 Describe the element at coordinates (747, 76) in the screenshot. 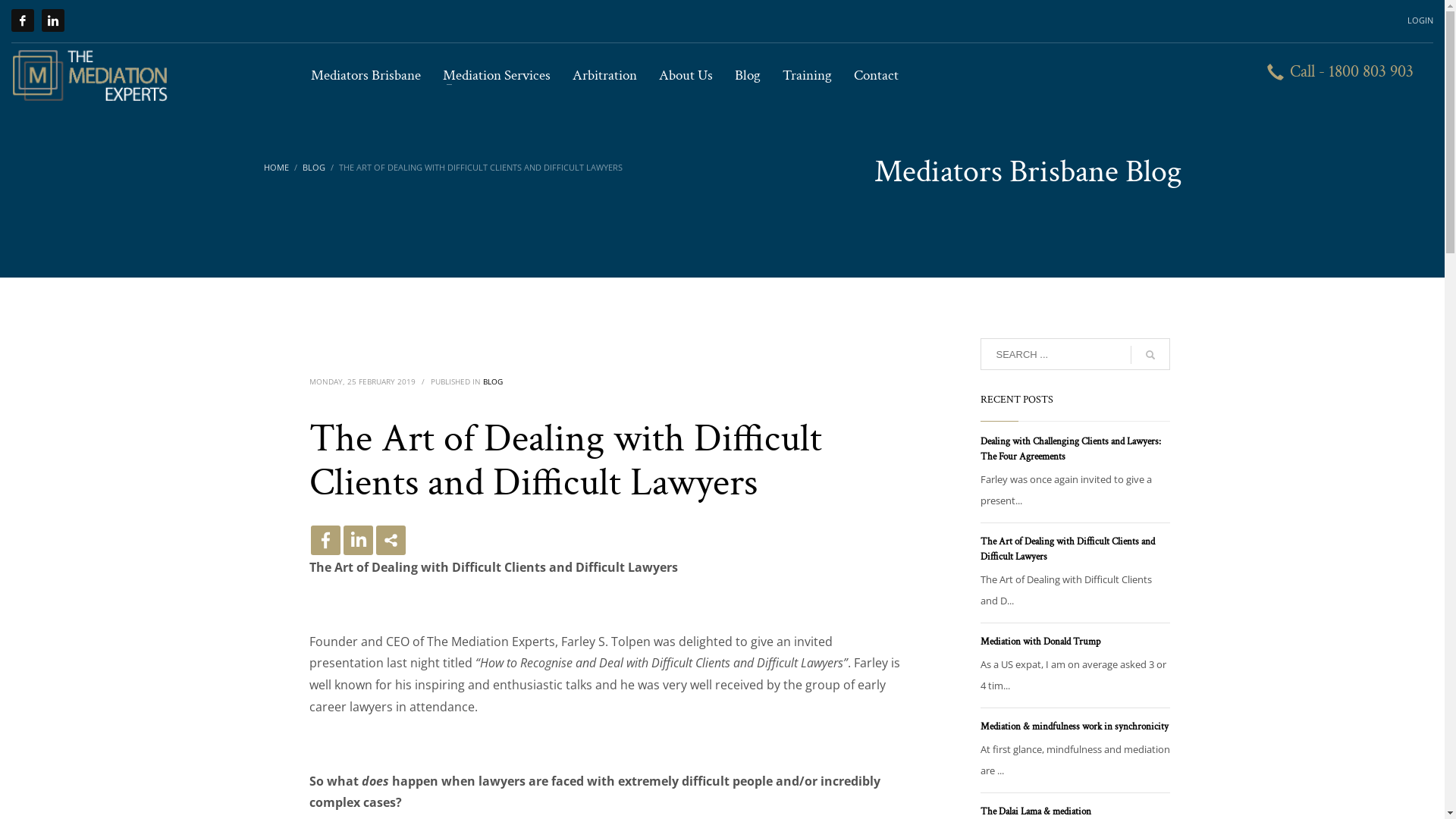

I see `'Blog'` at that location.